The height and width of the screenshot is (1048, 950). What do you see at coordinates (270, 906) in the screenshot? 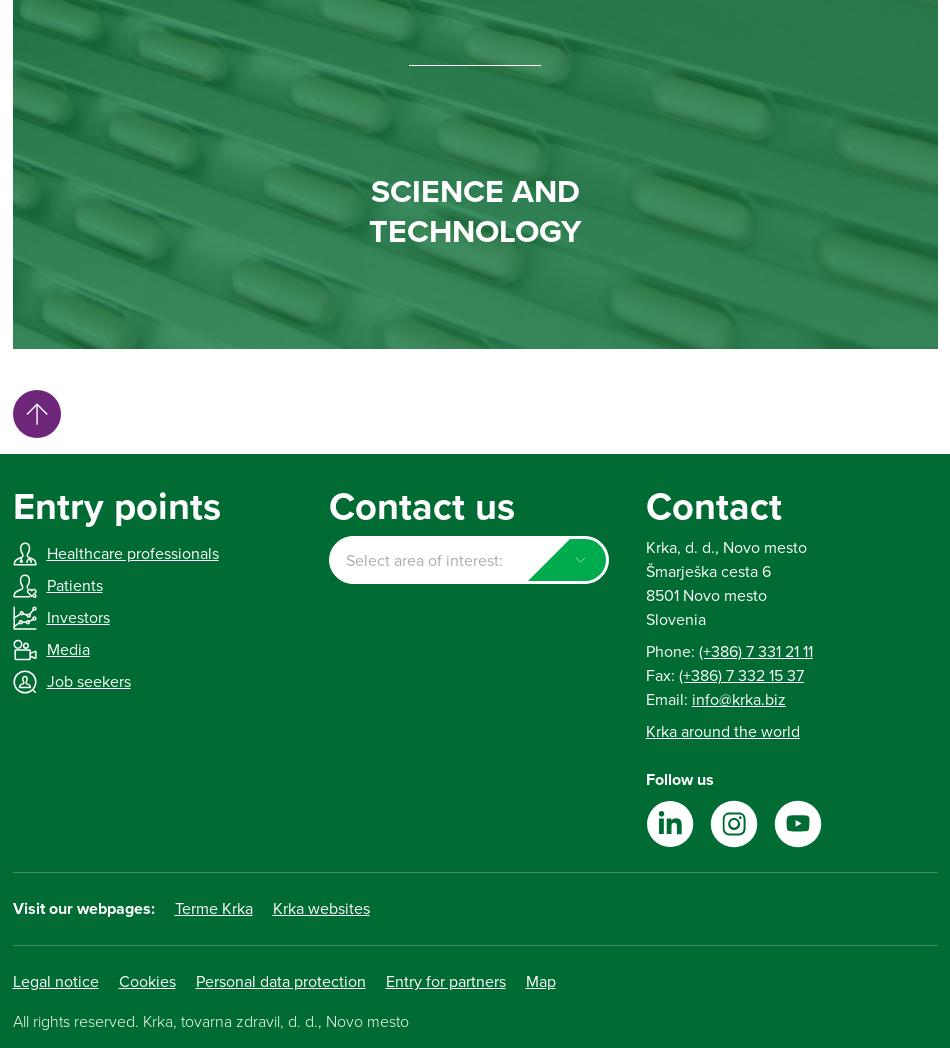
I see `'Krka websites'` at bounding box center [270, 906].